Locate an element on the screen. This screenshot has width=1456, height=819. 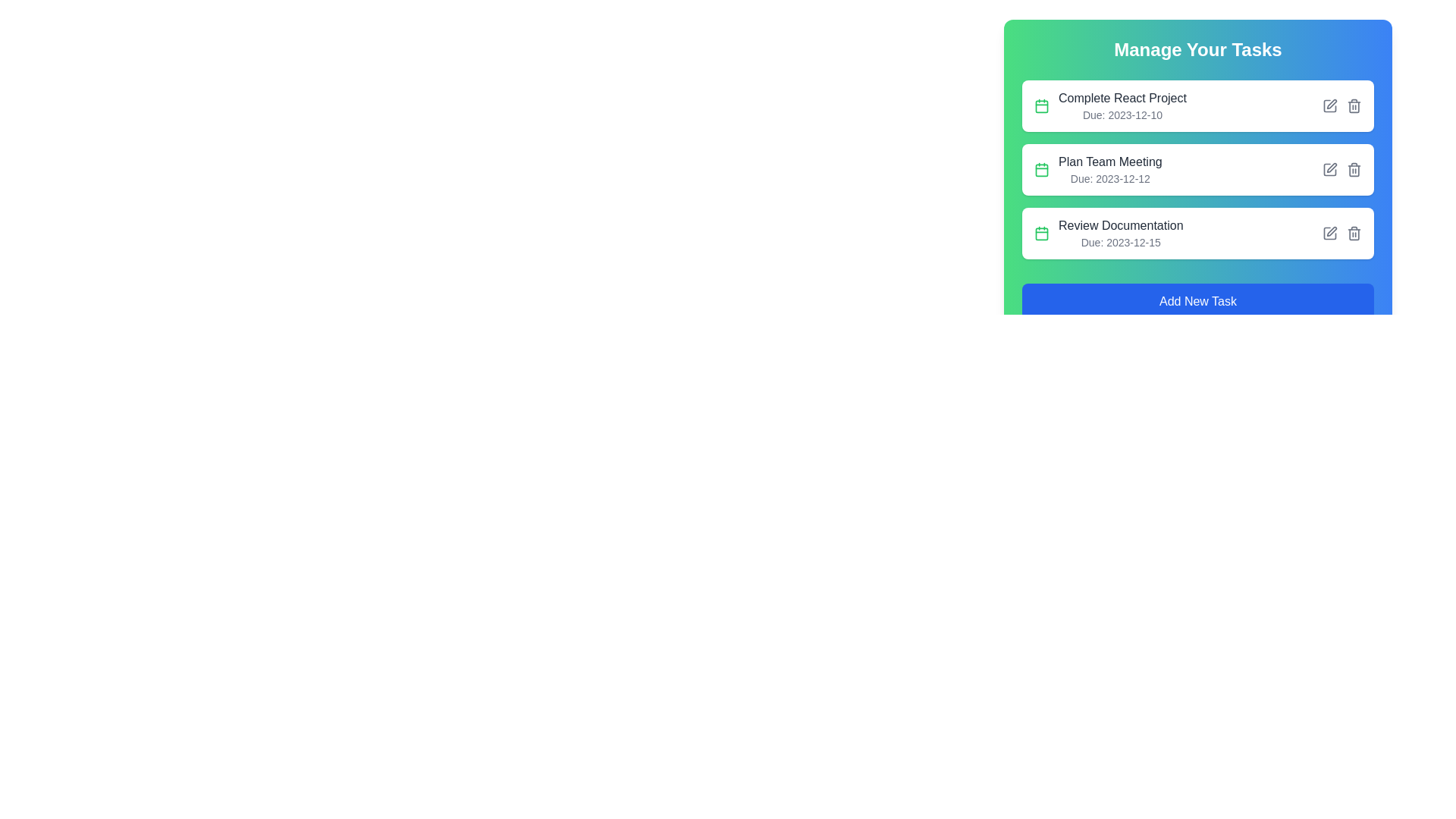
the static text label displaying 'Review Documentation', which is part of the third task entry under 'Manage Your Tasks' is located at coordinates (1121, 225).